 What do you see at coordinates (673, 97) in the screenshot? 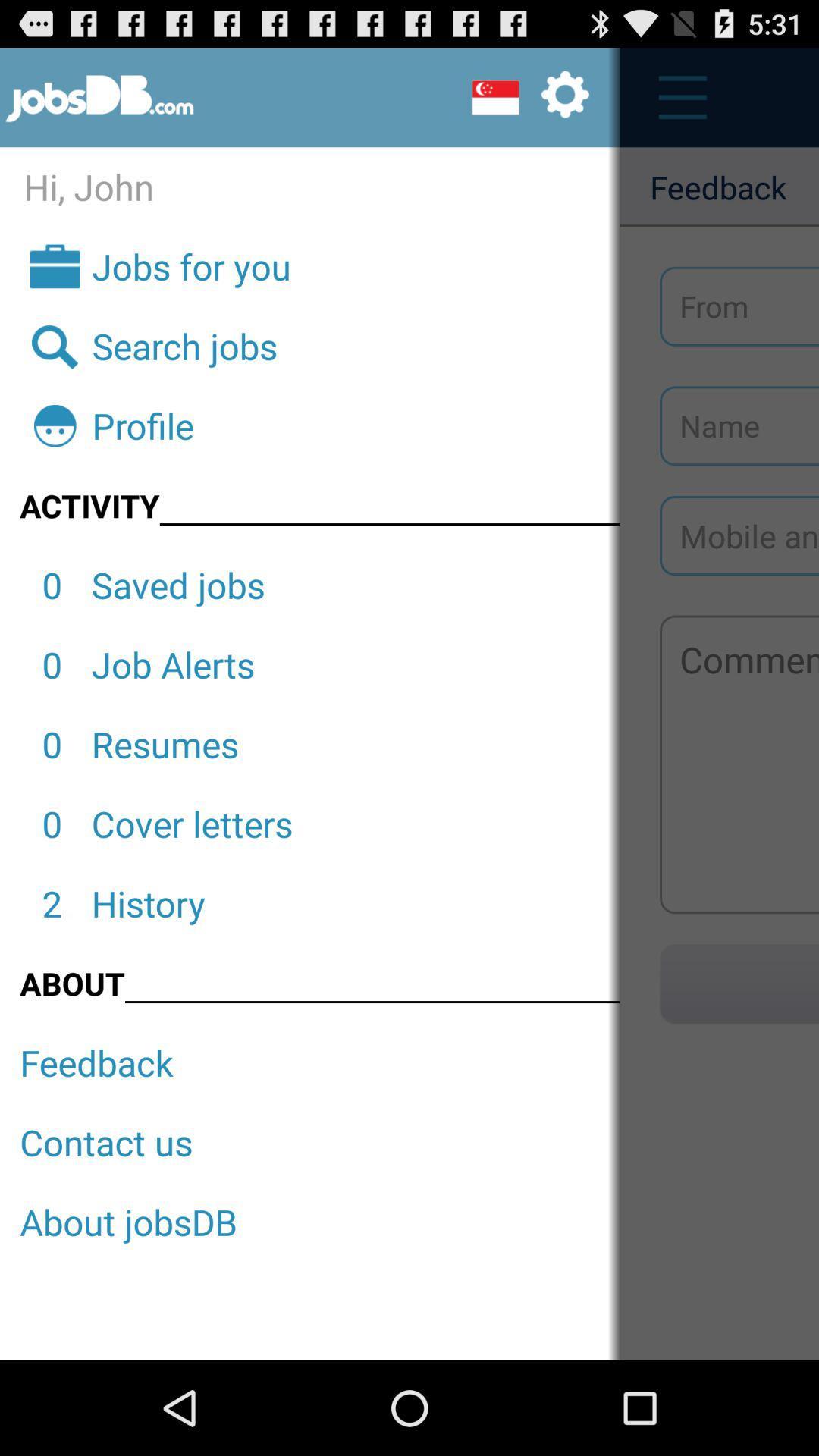
I see `open tool bar` at bounding box center [673, 97].